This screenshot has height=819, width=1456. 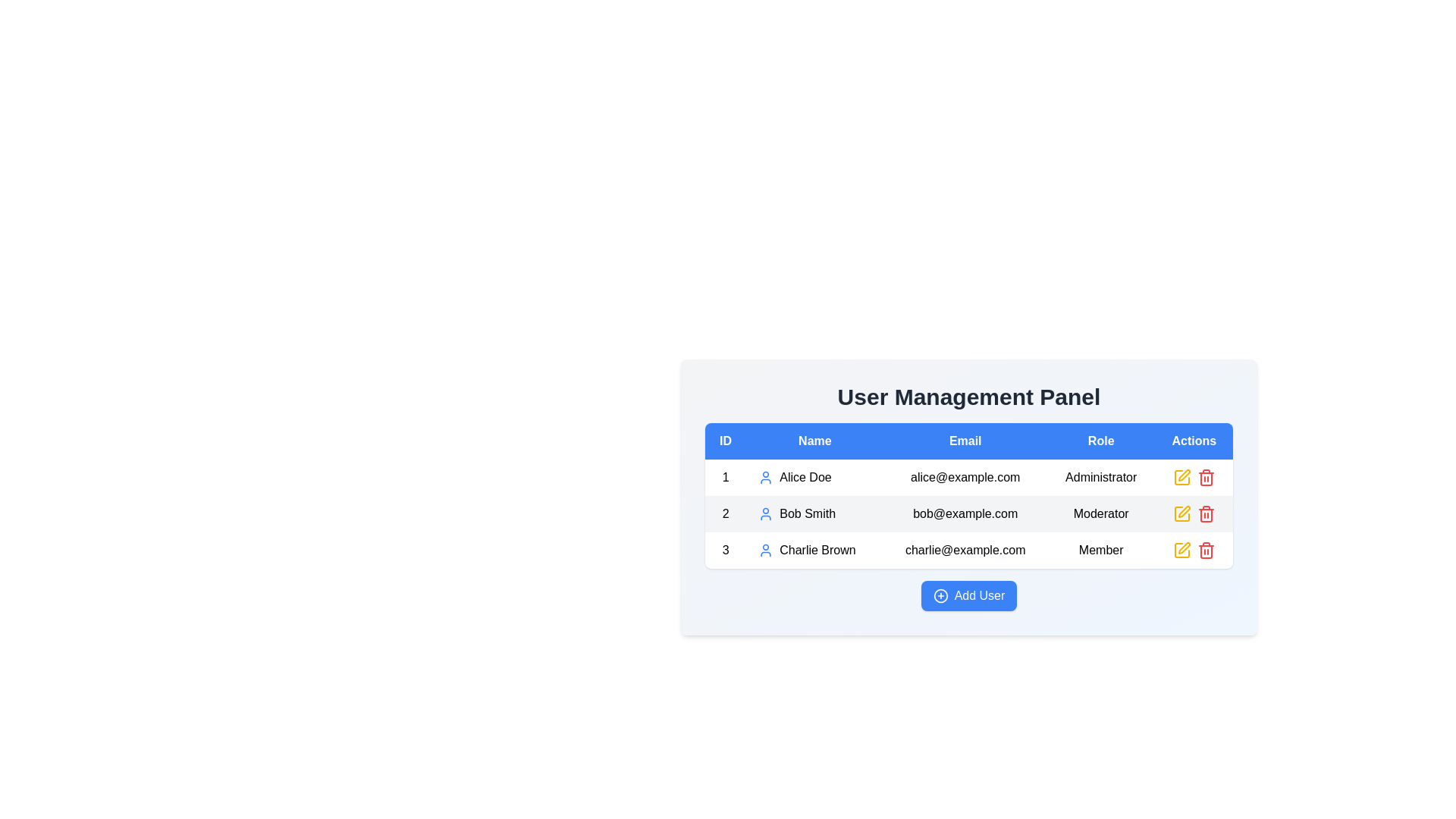 What do you see at coordinates (965, 550) in the screenshot?
I see `the text label displaying Charlie Brown's email address, located in the third row of the table under the 'Email' column` at bounding box center [965, 550].